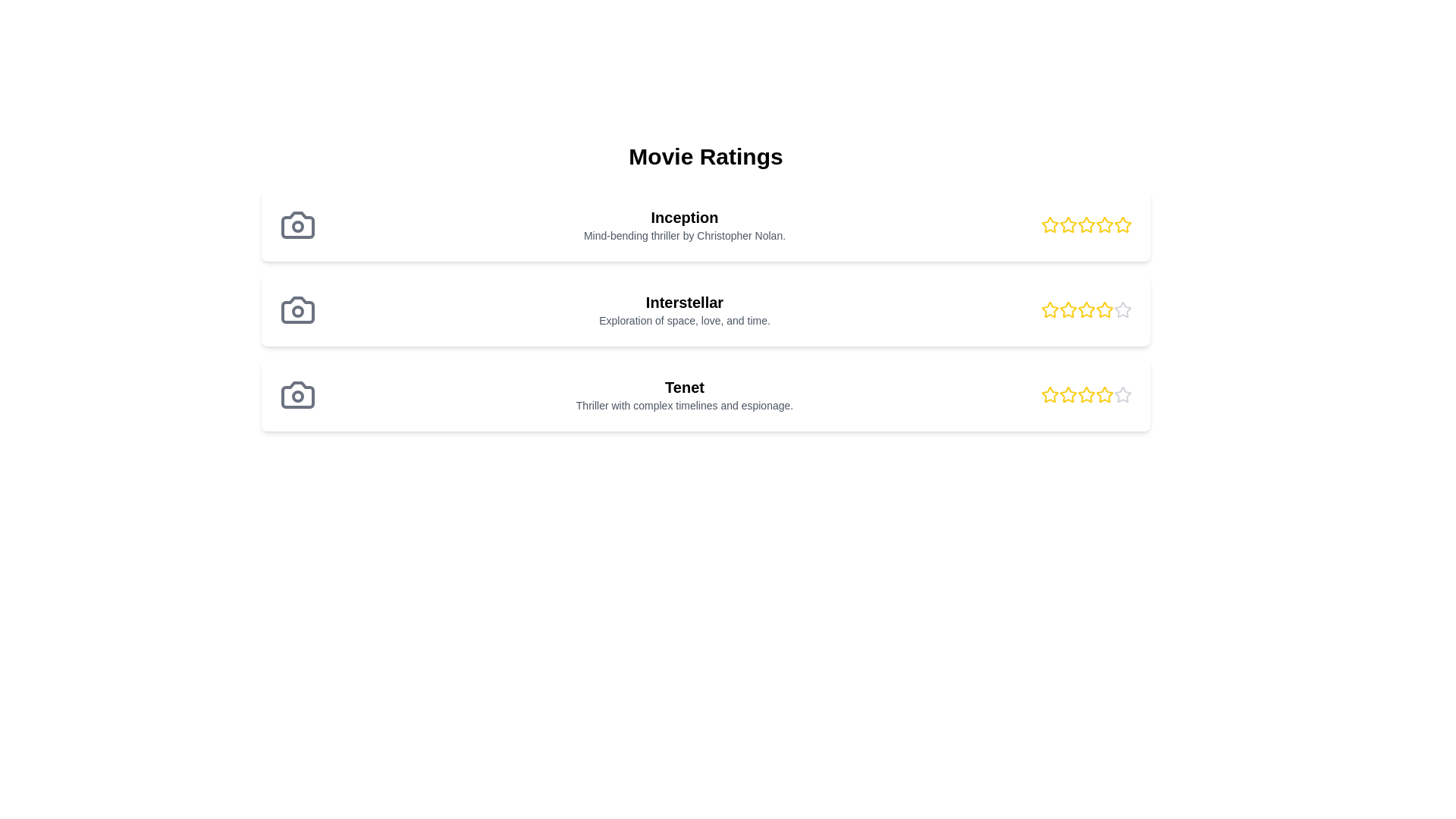  Describe the element at coordinates (683, 217) in the screenshot. I see `the movie details by clicking on the title text label for 'Inception', which is located at the top-left of the 'Movie Ratings' section and precedes the descriptive text about the movie` at that location.